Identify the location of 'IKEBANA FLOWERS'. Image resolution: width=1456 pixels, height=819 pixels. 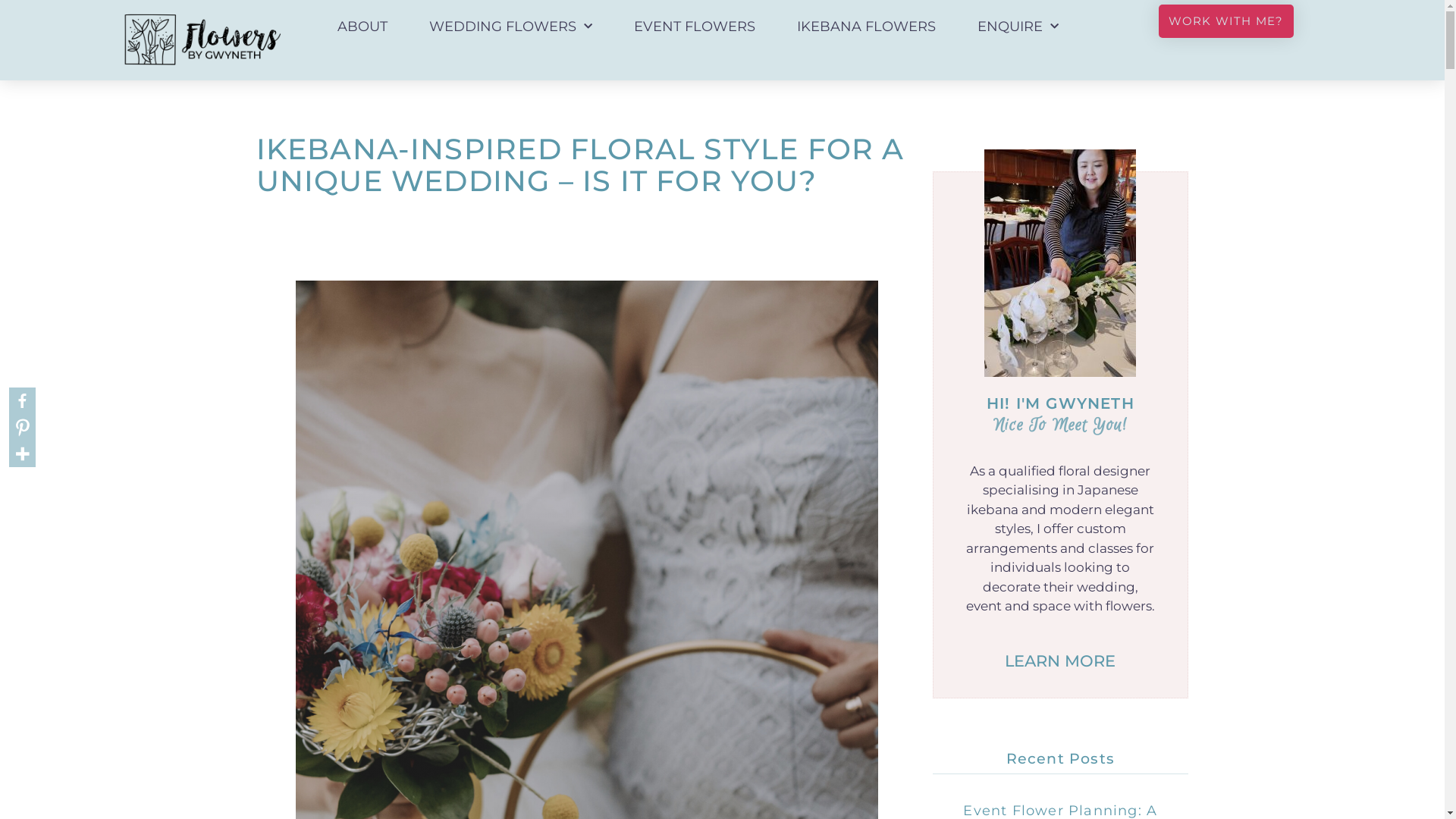
(866, 26).